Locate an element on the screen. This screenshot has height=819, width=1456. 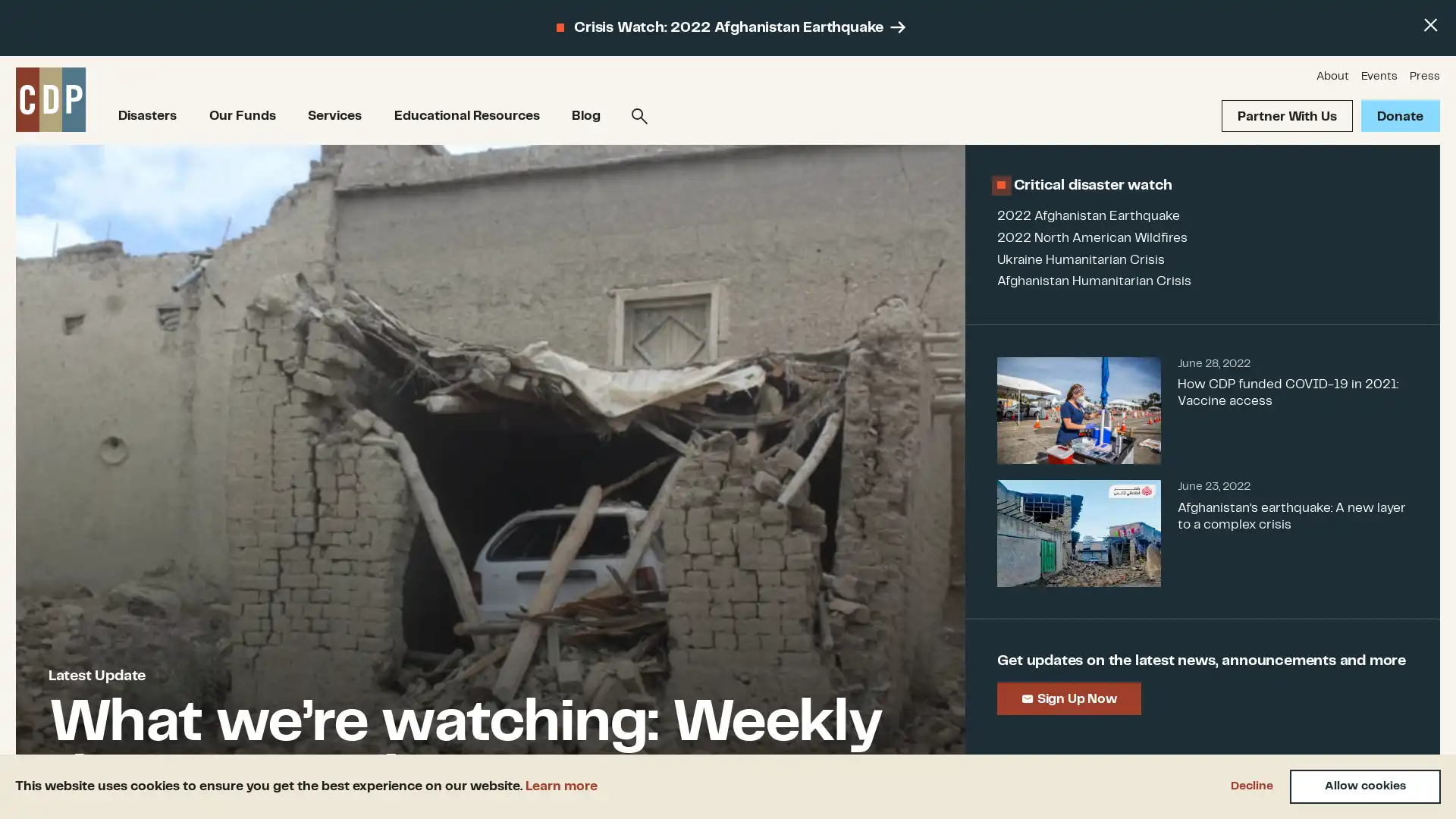
deny cookies is located at coordinates (1251, 786).